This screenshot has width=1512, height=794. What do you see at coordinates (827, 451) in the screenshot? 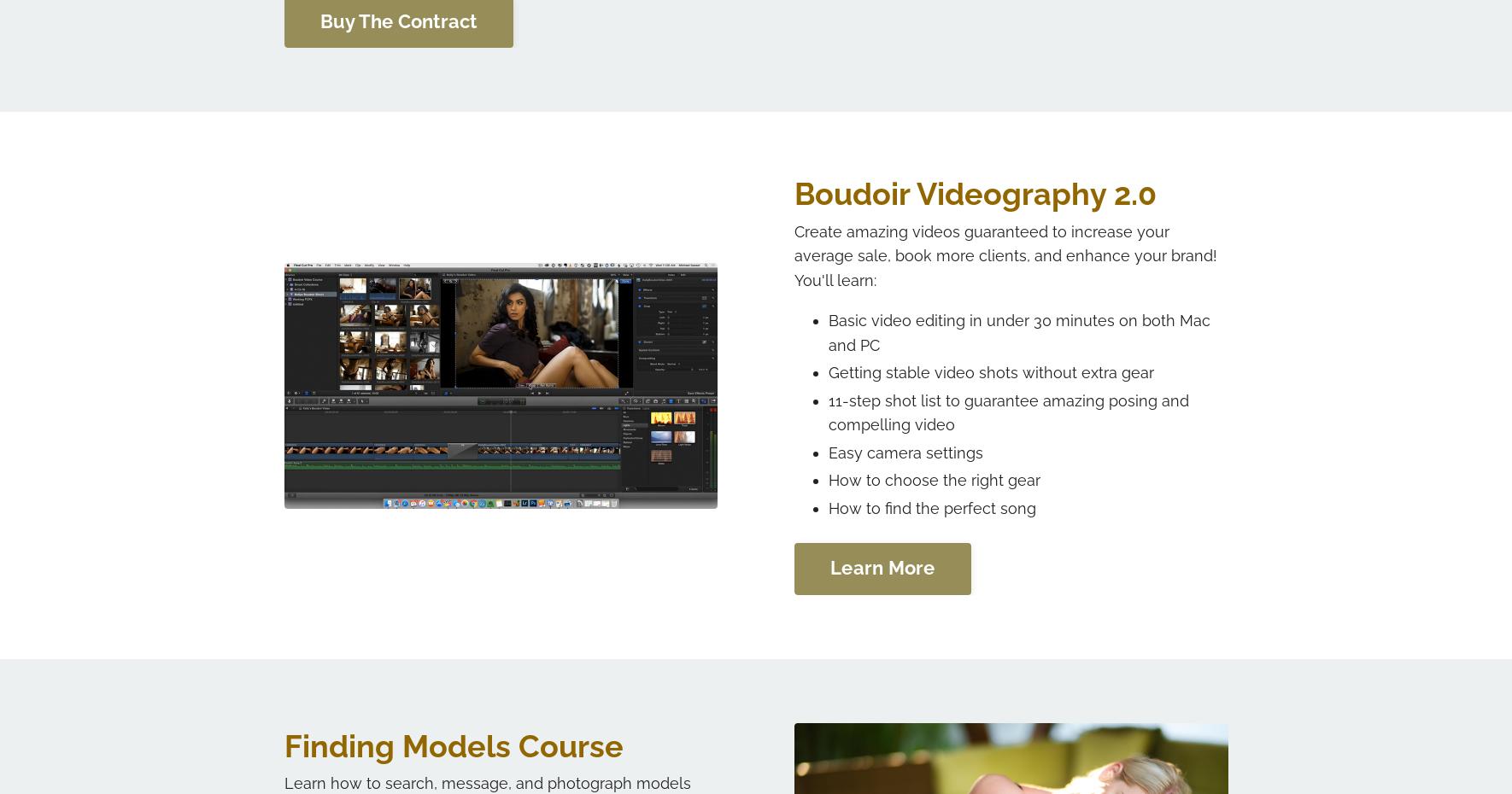
I see `'Easy camera settings'` at bounding box center [827, 451].